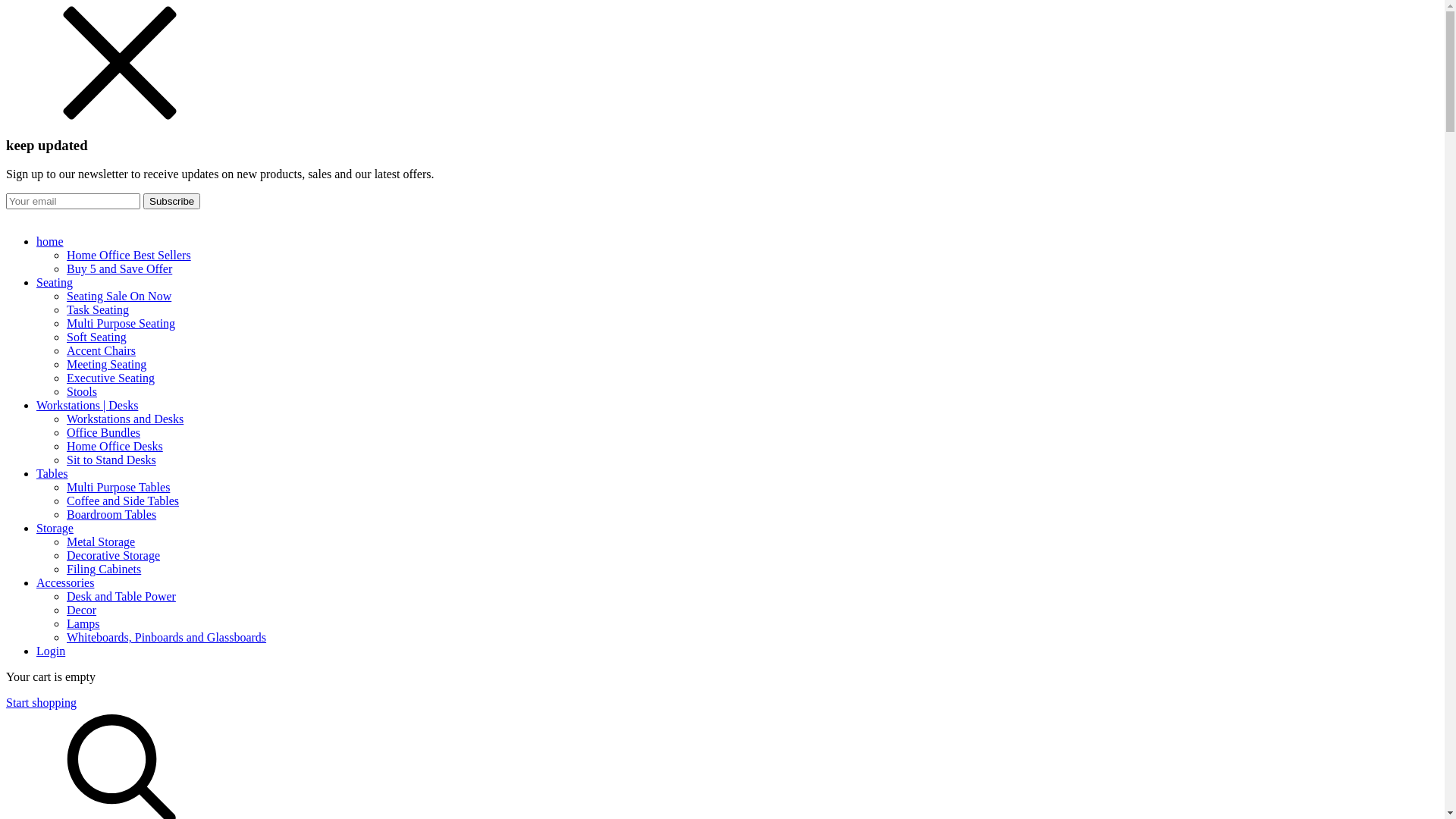 The width and height of the screenshot is (1456, 819). Describe the element at coordinates (65, 364) in the screenshot. I see `'Meeting Seating'` at that location.